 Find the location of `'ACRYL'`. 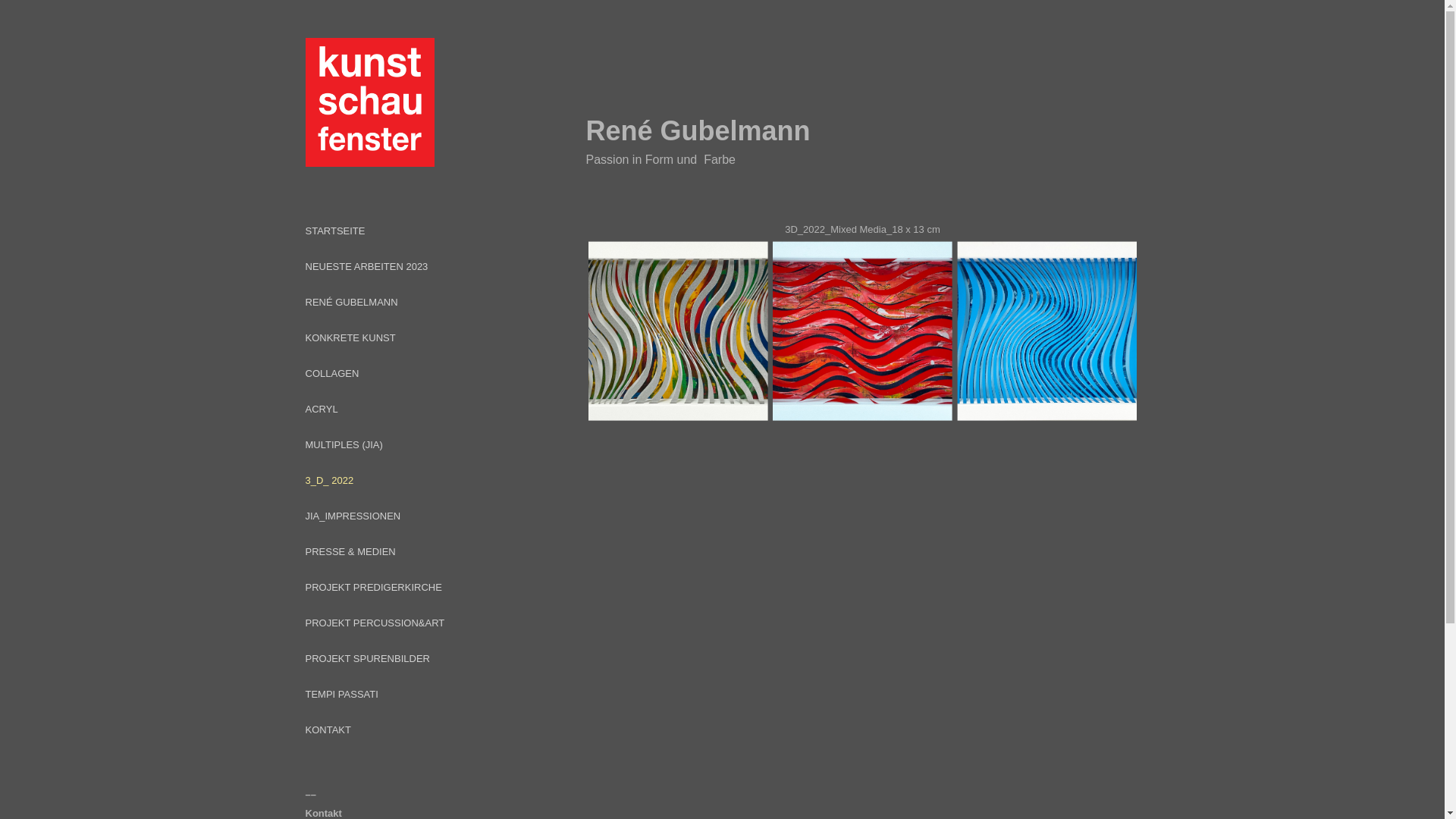

'ACRYL' is located at coordinates (320, 408).